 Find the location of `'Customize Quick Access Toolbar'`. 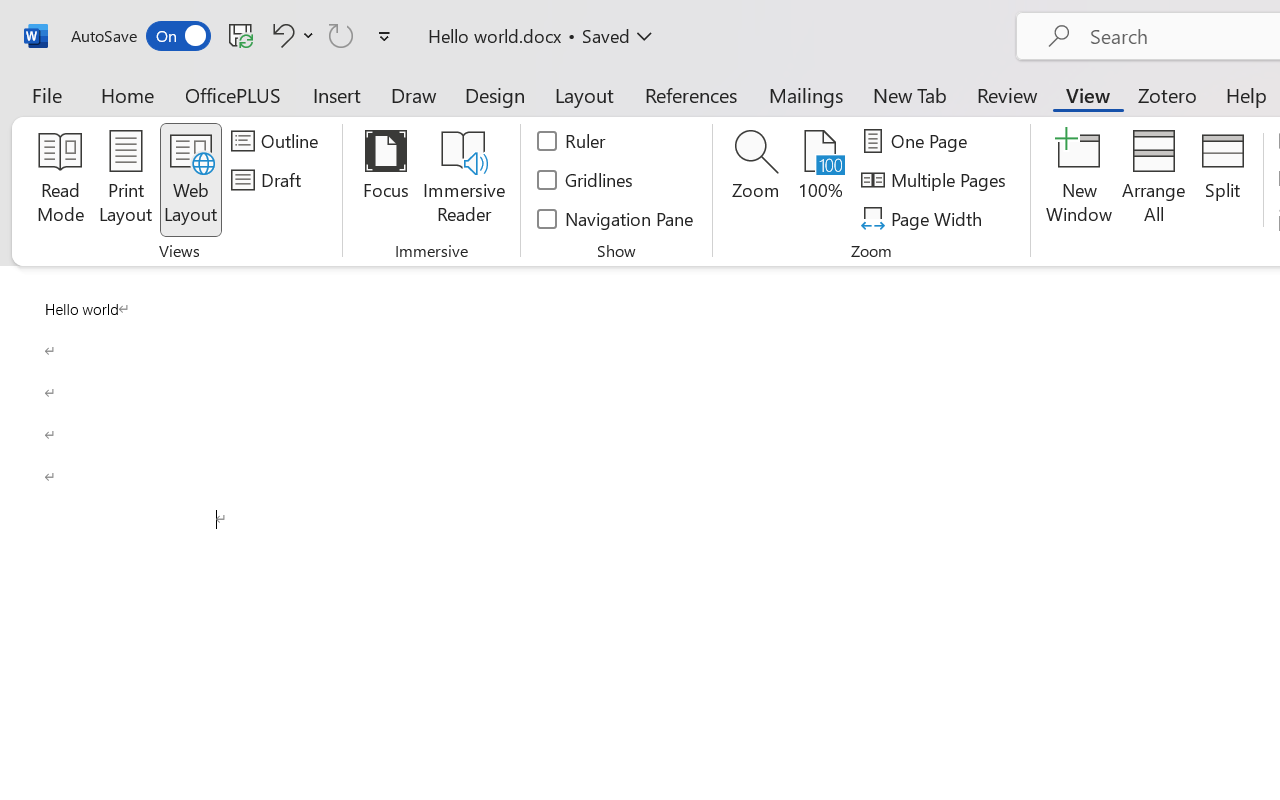

'Customize Quick Access Toolbar' is located at coordinates (384, 35).